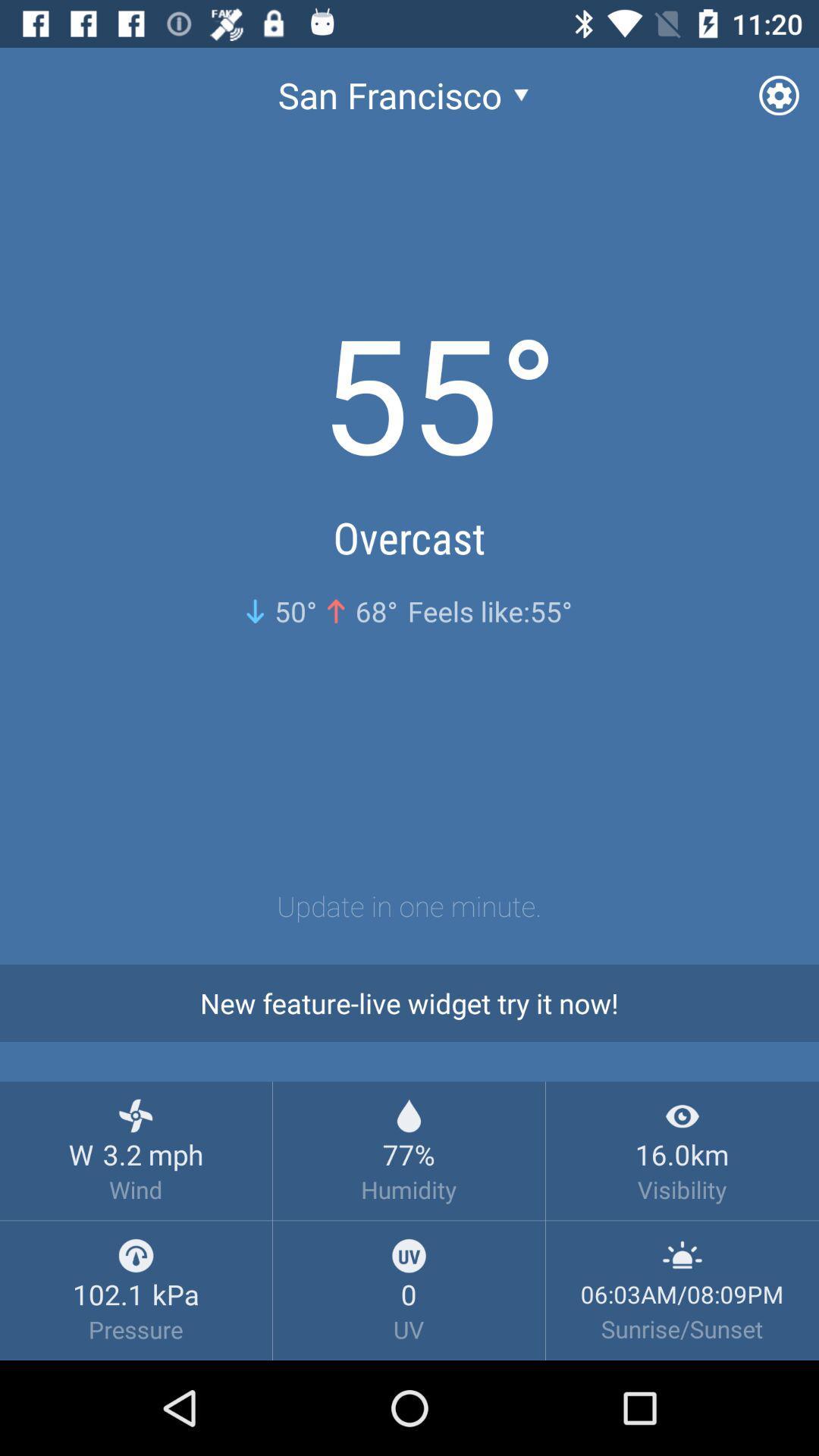 This screenshot has width=819, height=1456. Describe the element at coordinates (779, 94) in the screenshot. I see `the settings icon` at that location.